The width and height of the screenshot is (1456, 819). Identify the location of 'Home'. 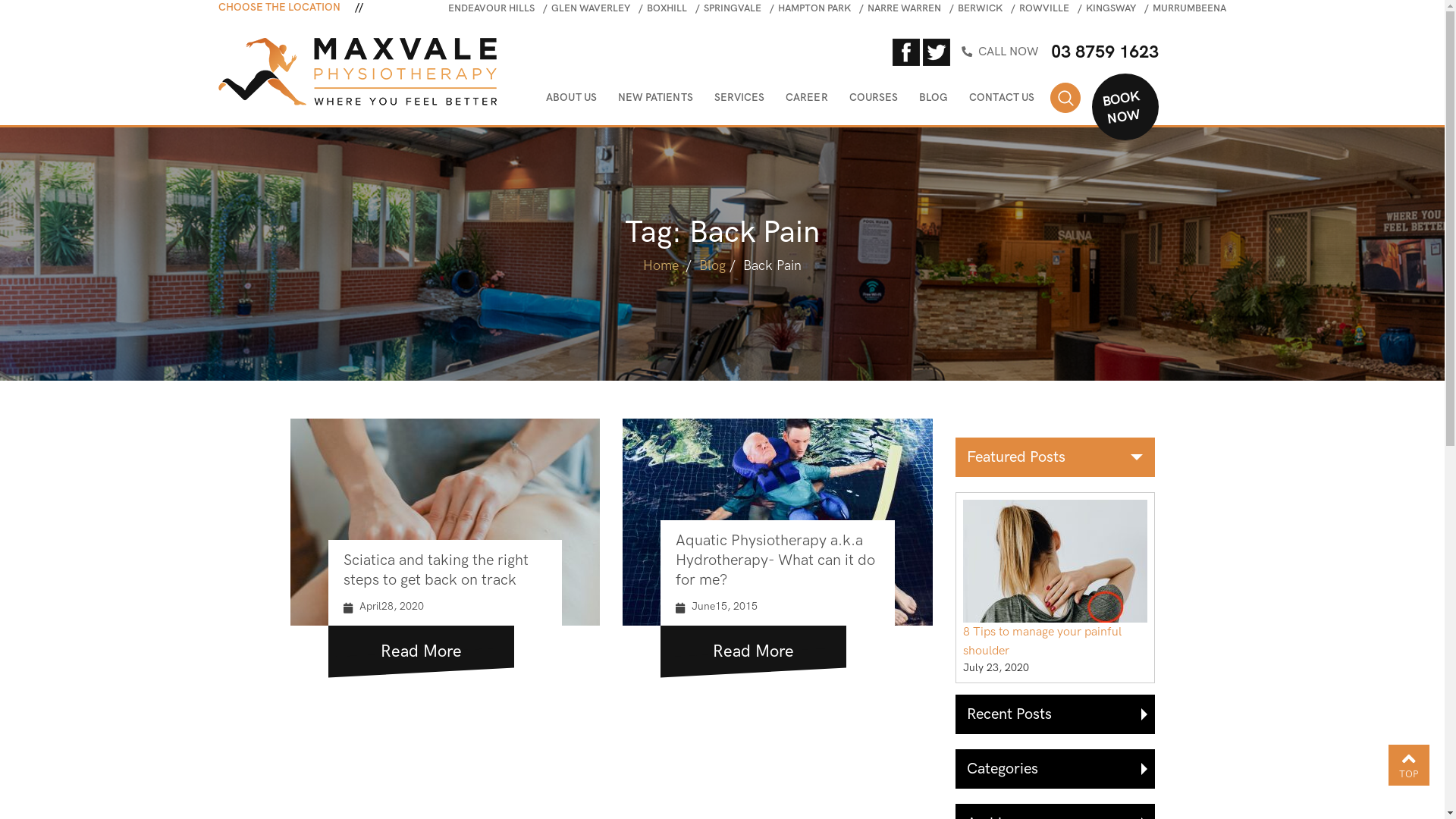
(661, 265).